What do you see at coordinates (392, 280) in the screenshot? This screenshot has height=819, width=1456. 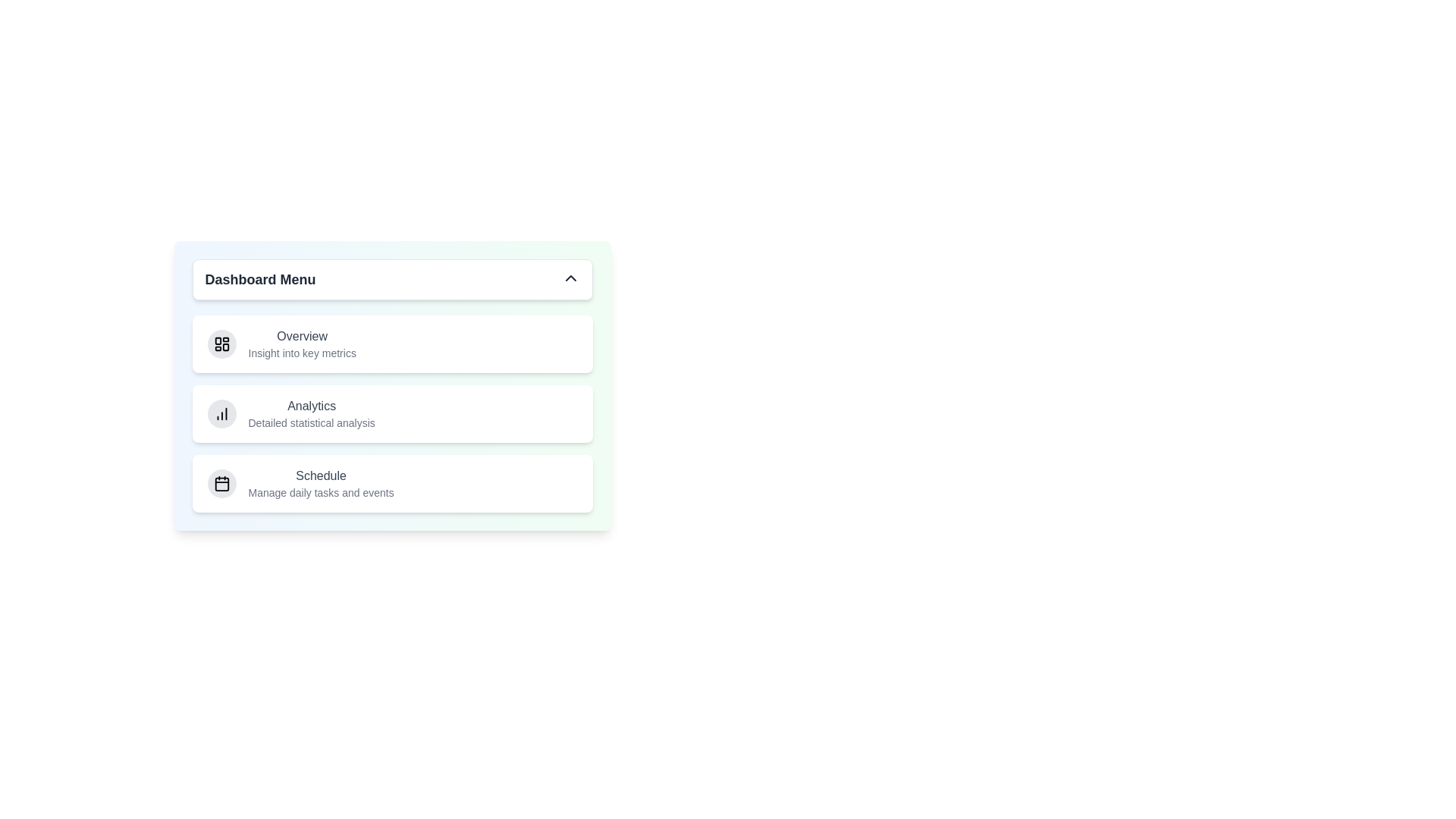 I see `the 'Dashboard Menu' button to toggle the menu visibility` at bounding box center [392, 280].